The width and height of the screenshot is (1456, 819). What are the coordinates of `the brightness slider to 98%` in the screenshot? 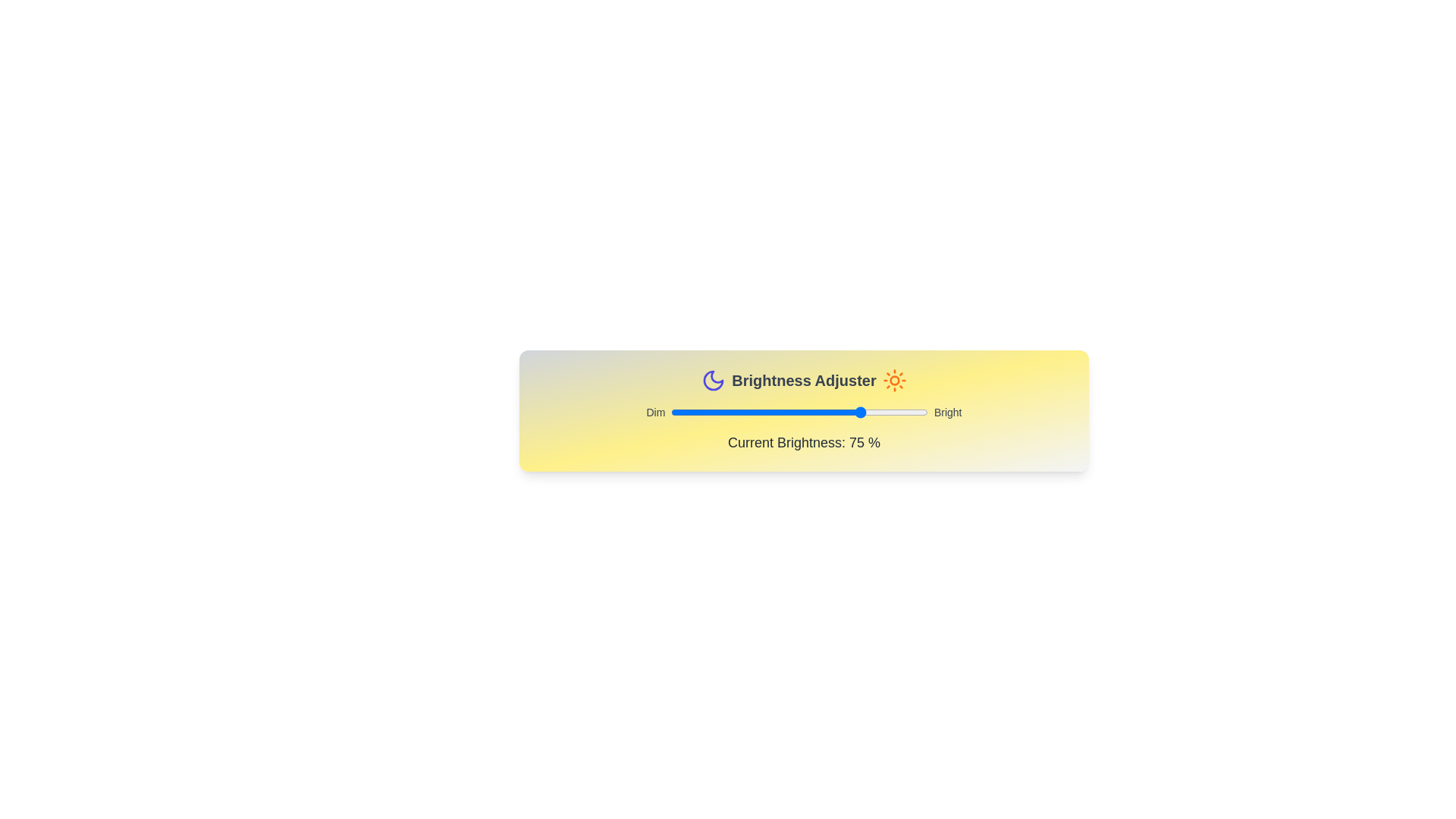 It's located at (922, 412).